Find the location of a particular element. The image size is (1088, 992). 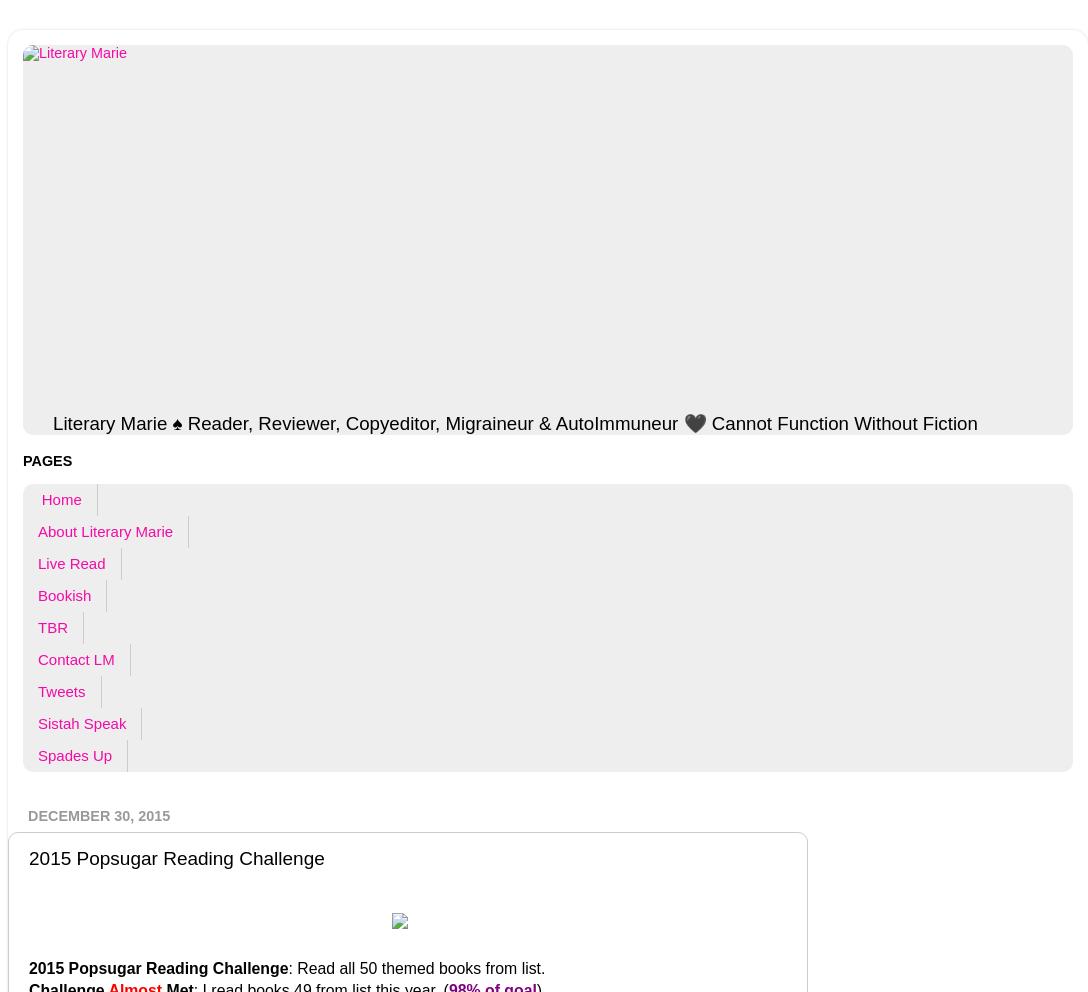

'Literary Marie ♠️ Reader, Reviewer, Copyeditor, Migraineur & AutoImmuneur 🖤 Cannot Function Without Fiction' is located at coordinates (513, 421).